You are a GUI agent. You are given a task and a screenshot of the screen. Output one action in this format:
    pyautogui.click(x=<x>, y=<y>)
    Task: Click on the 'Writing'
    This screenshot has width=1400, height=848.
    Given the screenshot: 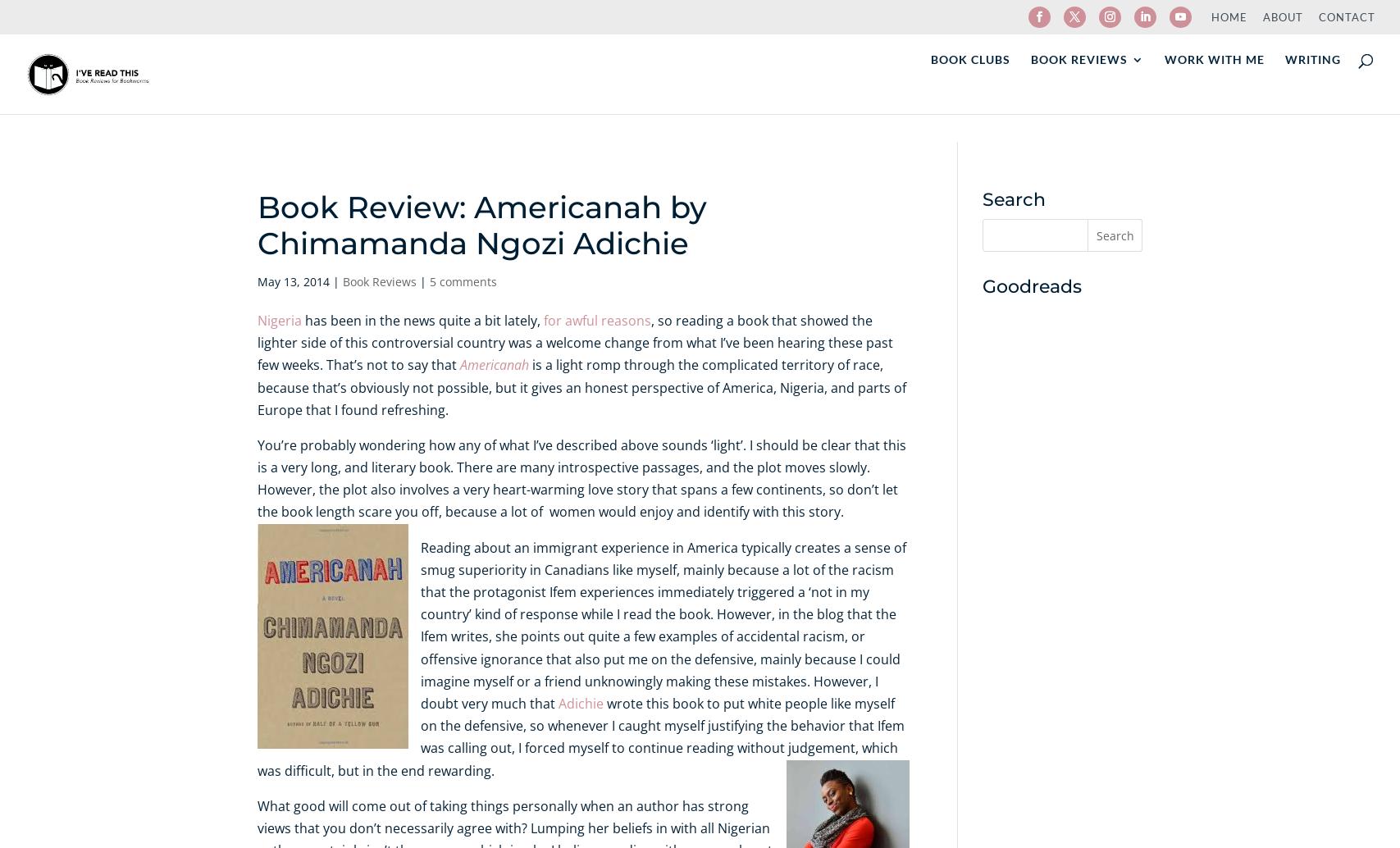 What is the action you would take?
    pyautogui.click(x=1311, y=89)
    